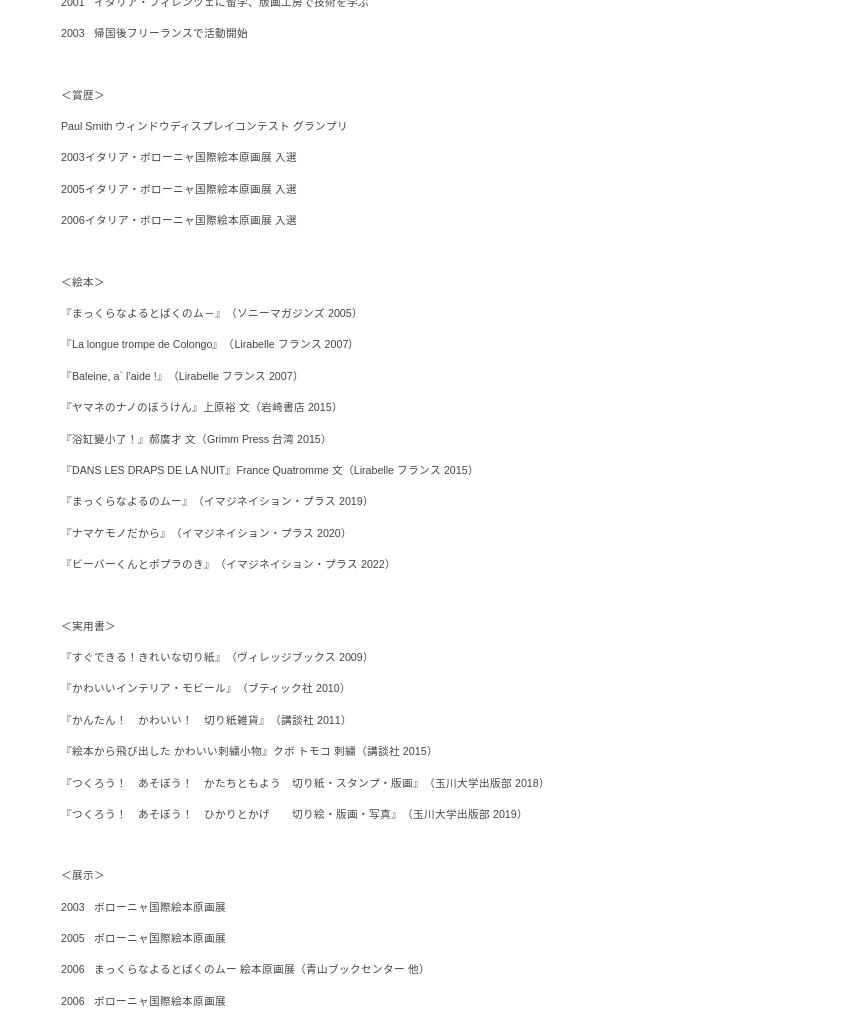 The height and width of the screenshot is (1013, 850). Describe the element at coordinates (304, 782) in the screenshot. I see `'『つくろう！　あそぼう！　かたちともよう　切り紙・スタンプ・版画』（玉川大学出版部 2018）'` at that location.